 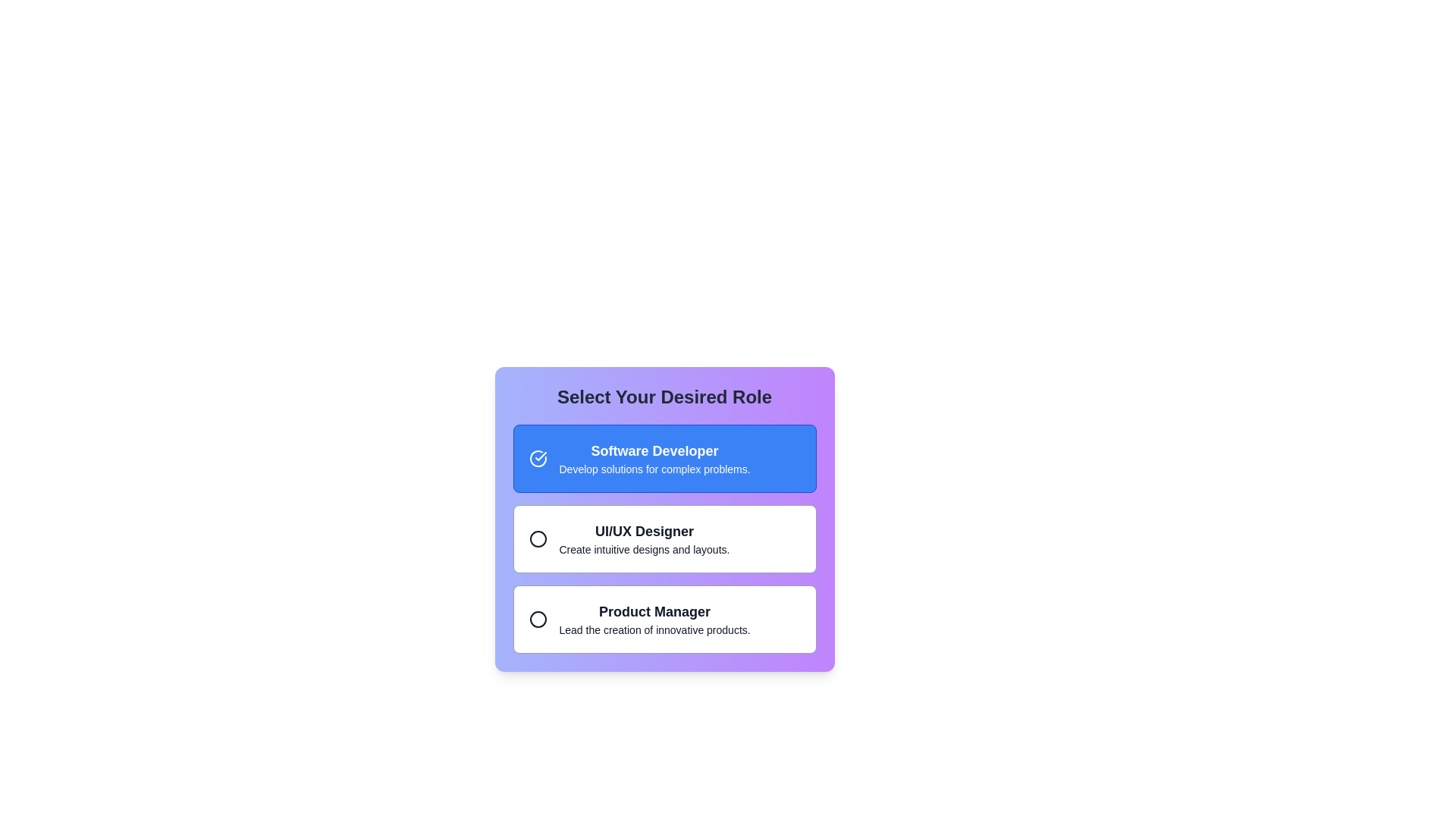 What do you see at coordinates (644, 531) in the screenshot?
I see `the 'UI/UX Designer' text label, which is displayed in bold and slightly larger font size at the top of the selection menu` at bounding box center [644, 531].